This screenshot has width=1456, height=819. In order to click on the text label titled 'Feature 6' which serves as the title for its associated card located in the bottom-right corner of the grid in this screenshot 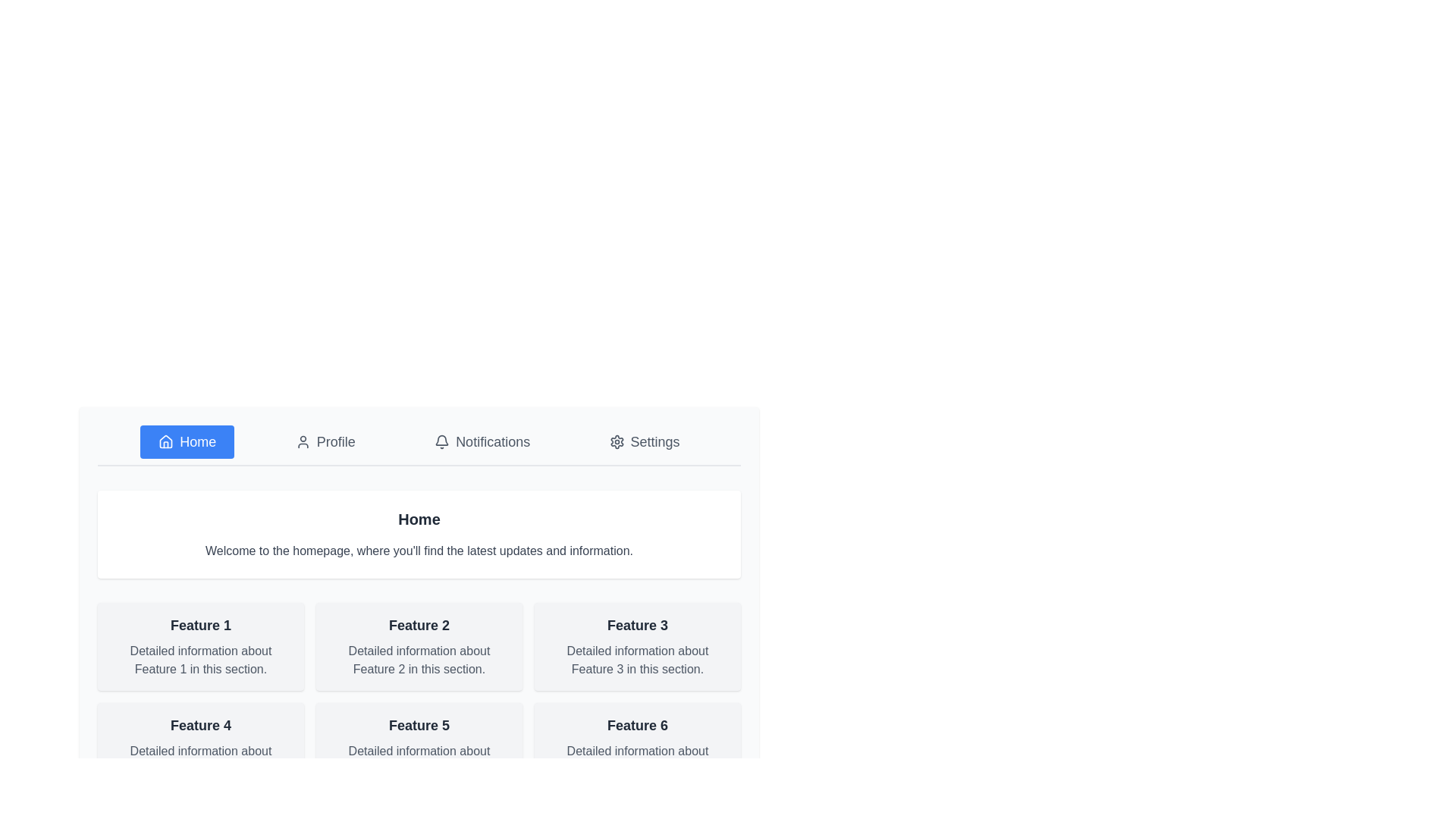, I will do `click(637, 724)`.